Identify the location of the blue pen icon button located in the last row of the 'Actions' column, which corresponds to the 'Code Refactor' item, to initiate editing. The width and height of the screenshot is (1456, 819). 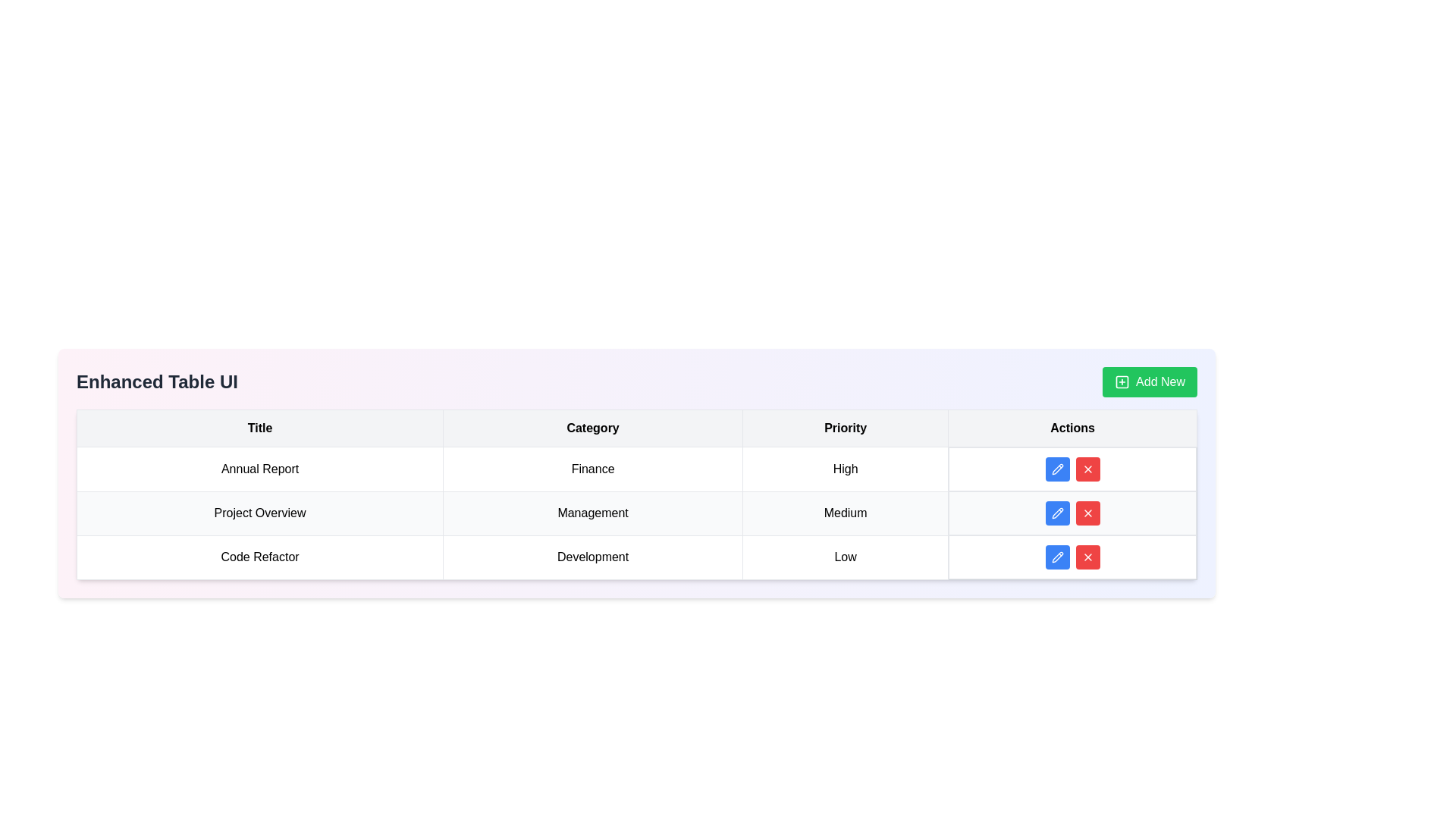
(1056, 556).